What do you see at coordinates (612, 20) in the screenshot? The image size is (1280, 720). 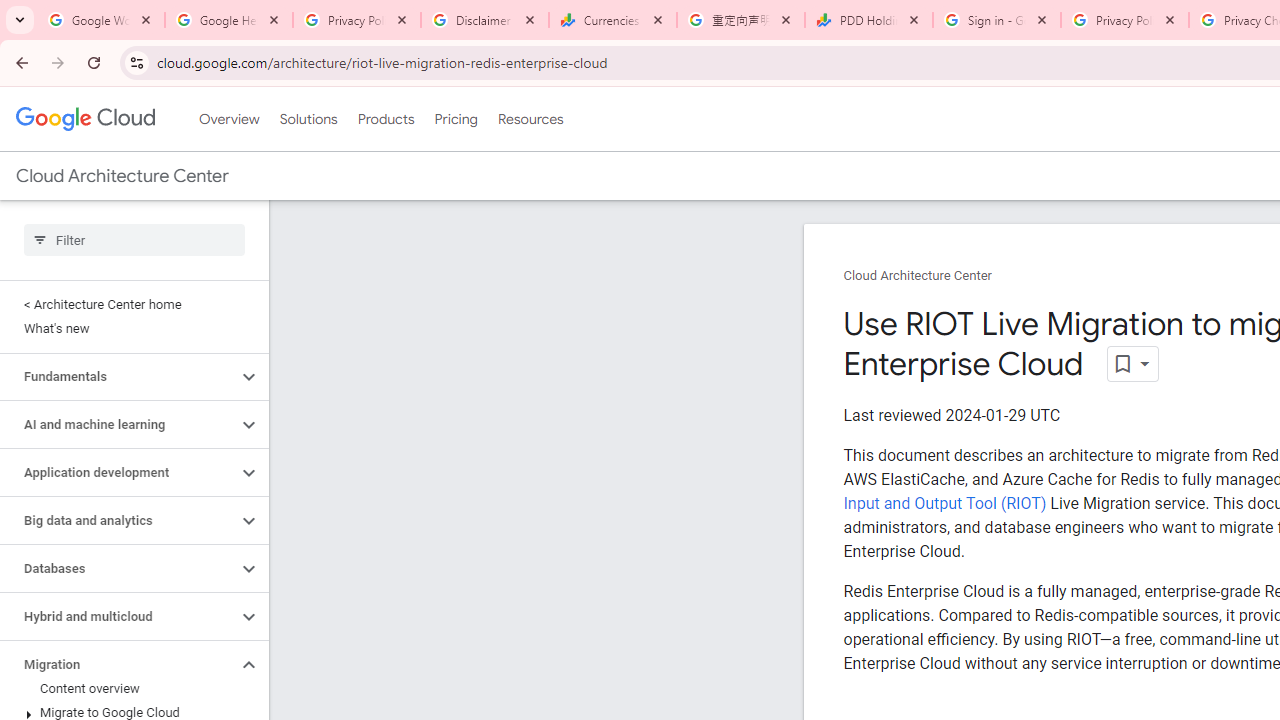 I see `'Currencies - Google Finance'` at bounding box center [612, 20].